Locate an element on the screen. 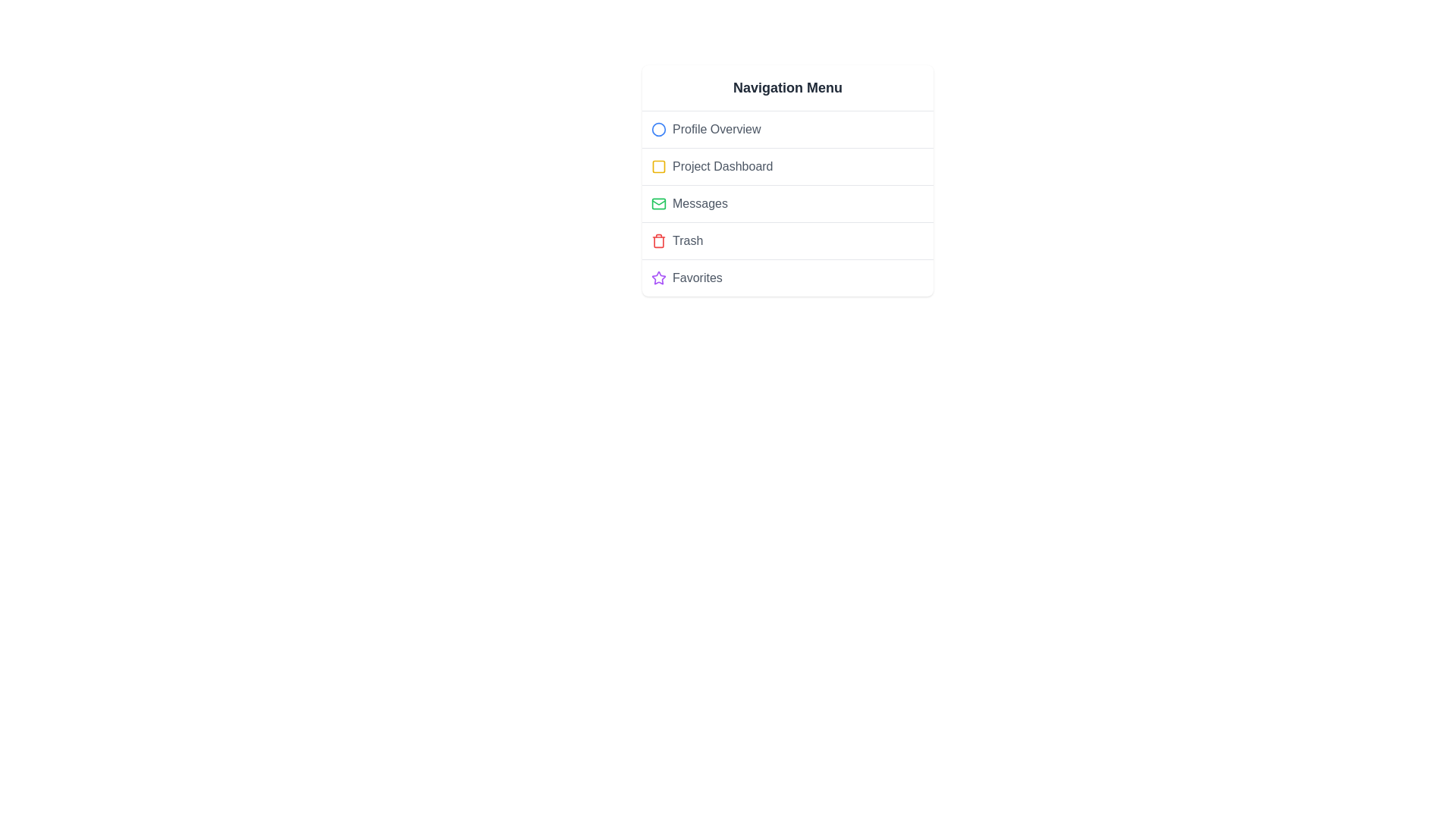 This screenshot has width=1456, height=819. the menu item Trash to view its hover effect is located at coordinates (787, 240).